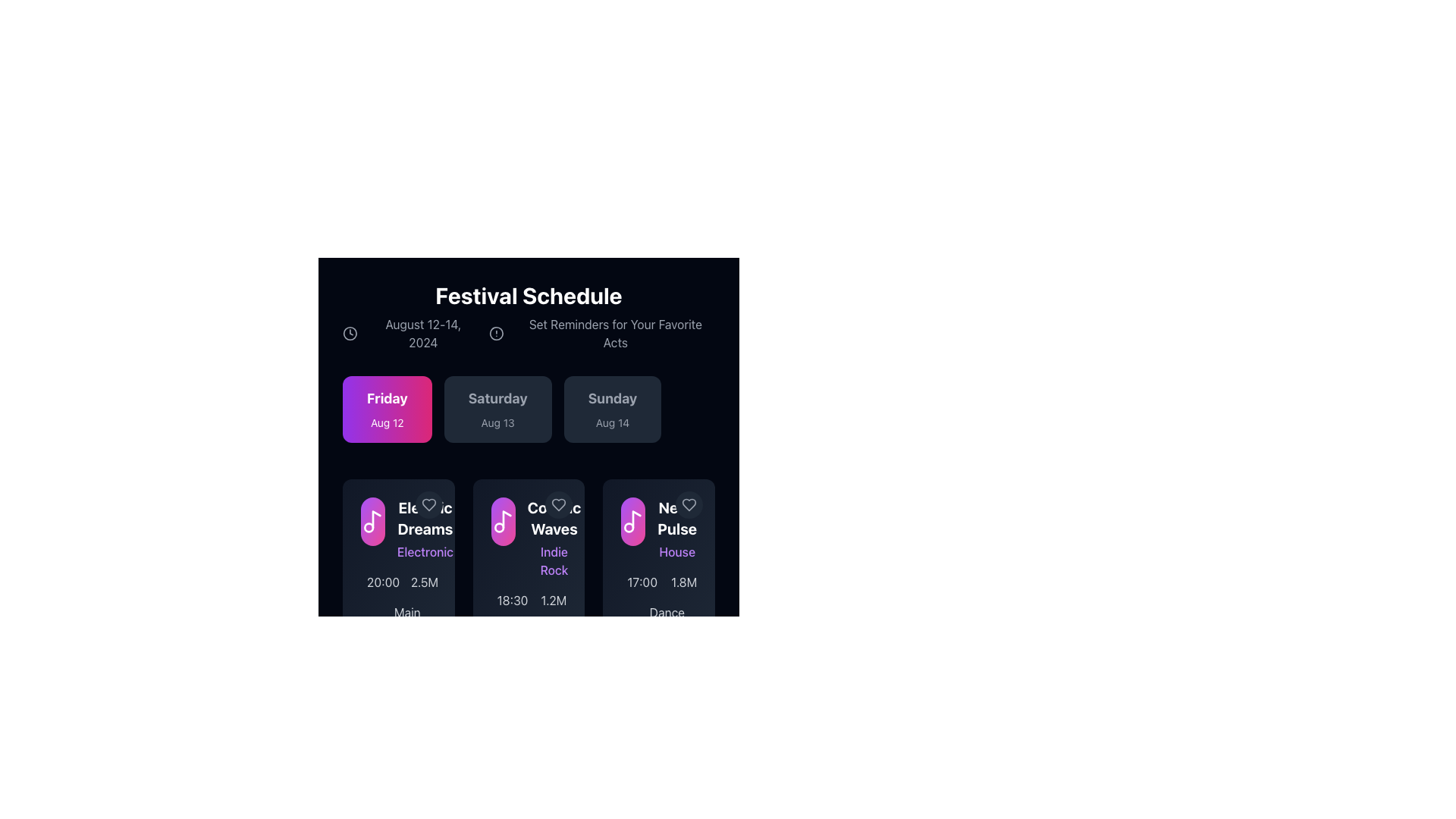  What do you see at coordinates (423, 332) in the screenshot?
I see `the static text label that displays the event dates, located in the upper section of the interface, positioned between a clock icon and the title 'Set Reminders for Your Favorite Acts'` at bounding box center [423, 332].